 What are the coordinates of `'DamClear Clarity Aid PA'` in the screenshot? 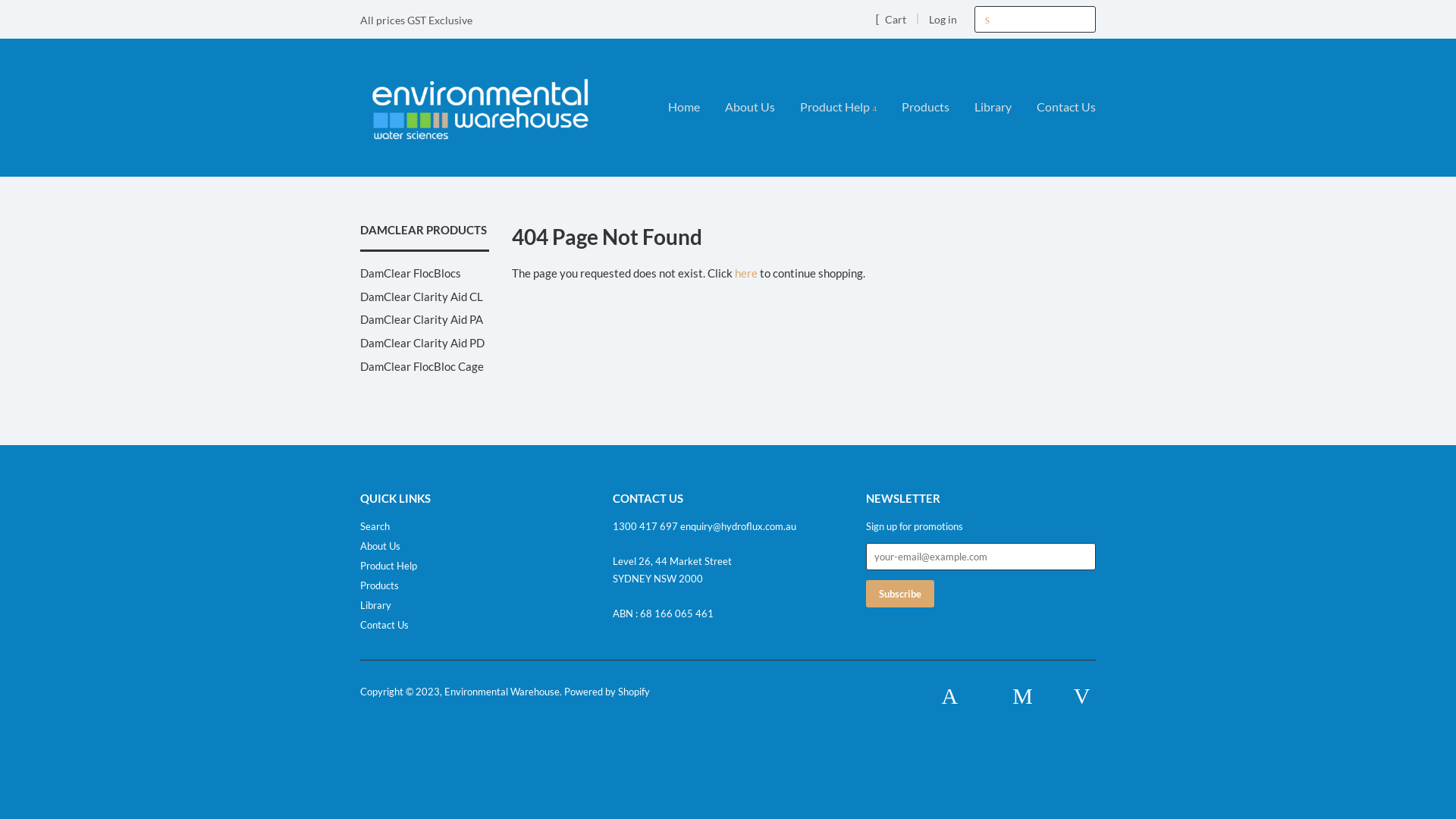 It's located at (422, 318).